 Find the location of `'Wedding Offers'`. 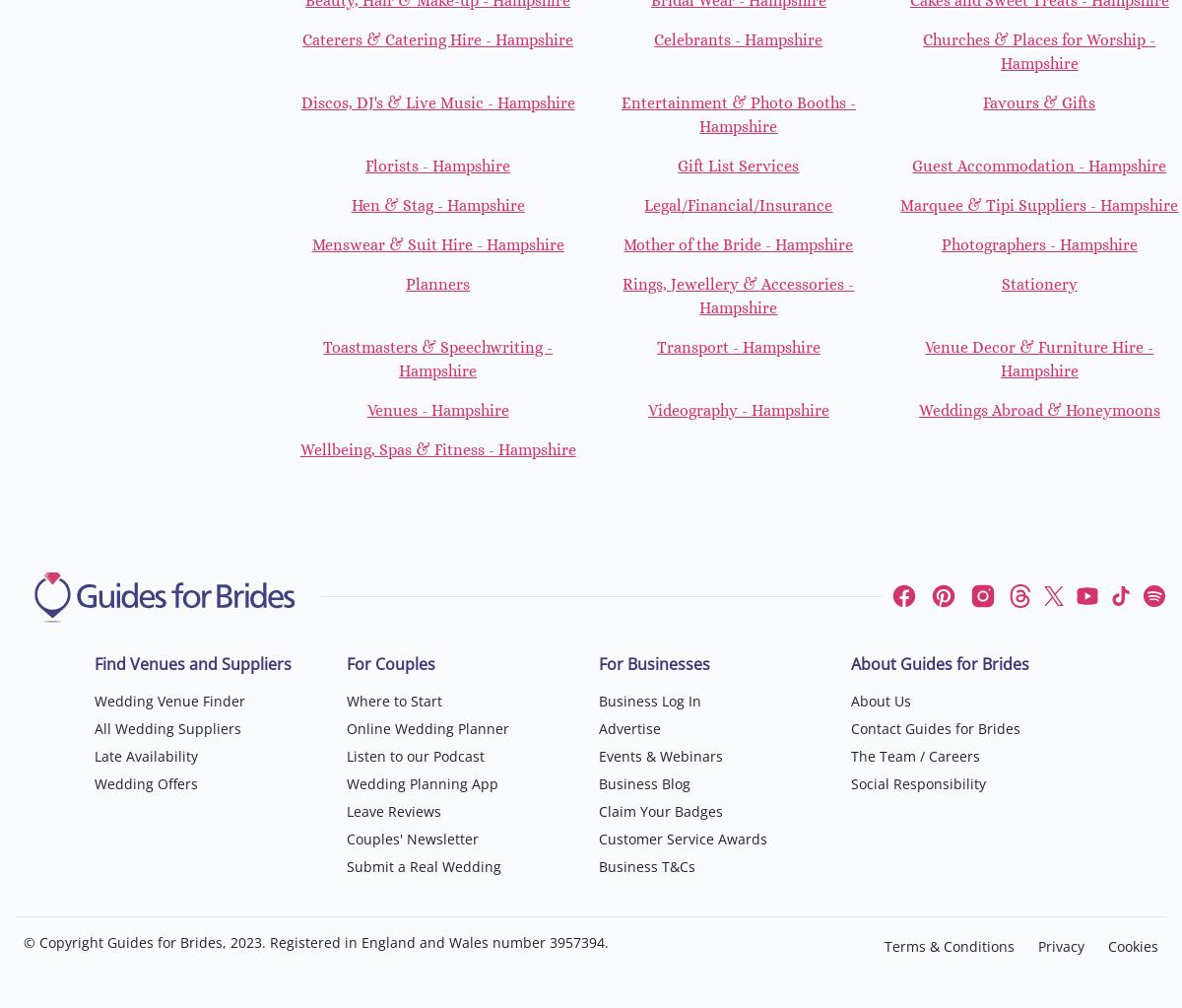

'Wedding Offers' is located at coordinates (146, 782).